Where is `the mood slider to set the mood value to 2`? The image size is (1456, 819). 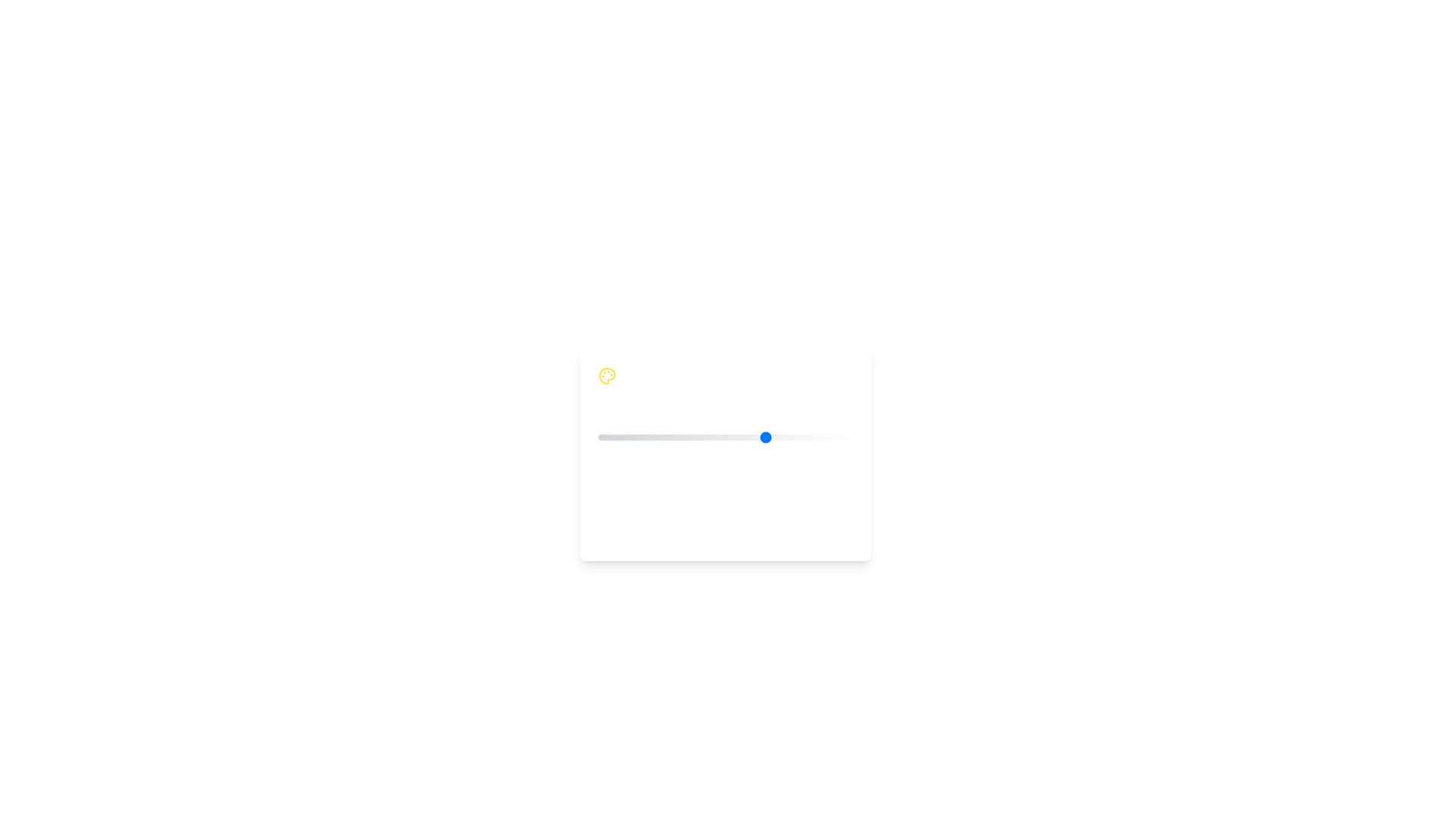 the mood slider to set the mood value to 2 is located at coordinates (682, 438).